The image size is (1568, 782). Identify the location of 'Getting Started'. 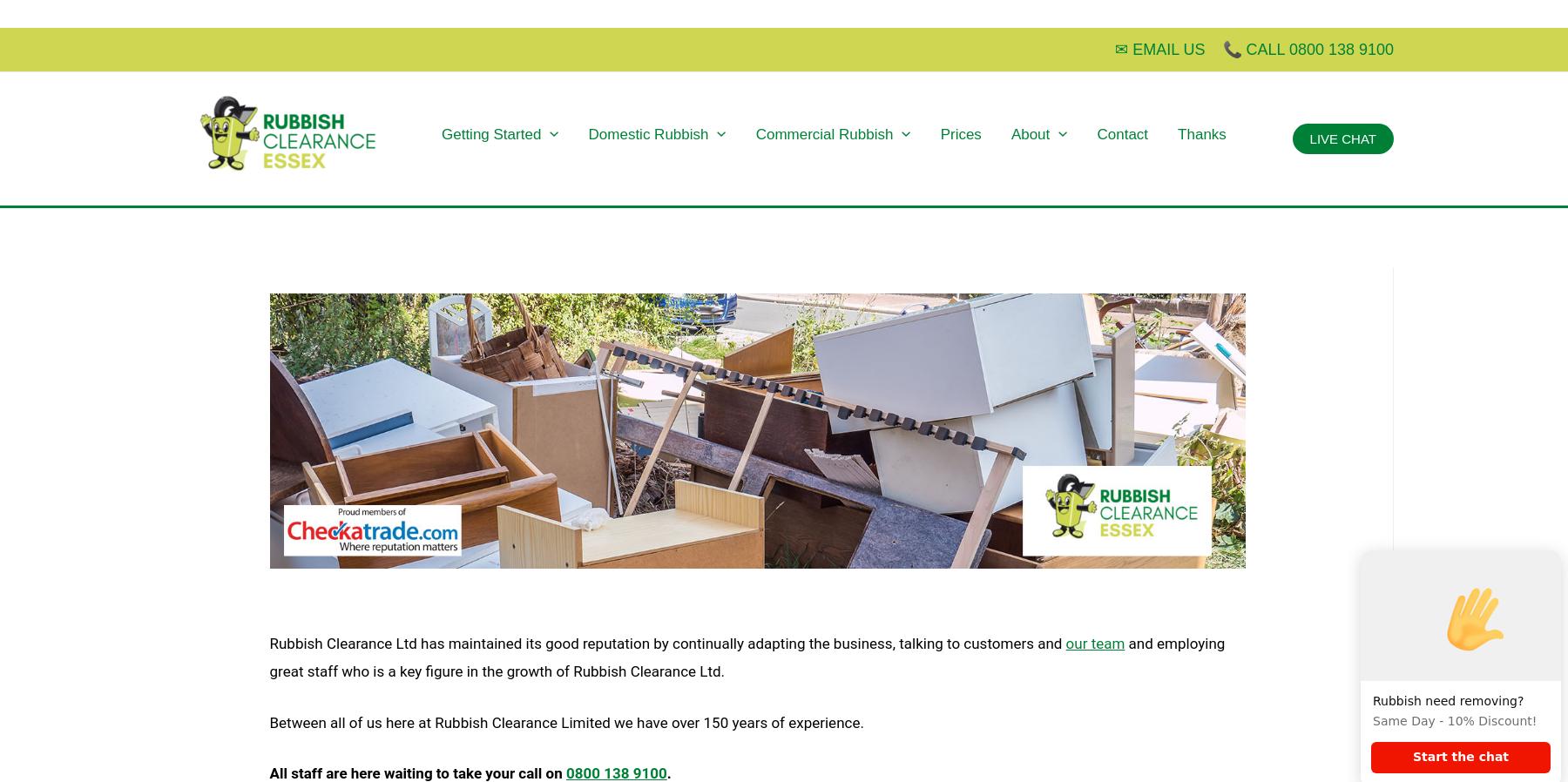
(441, 132).